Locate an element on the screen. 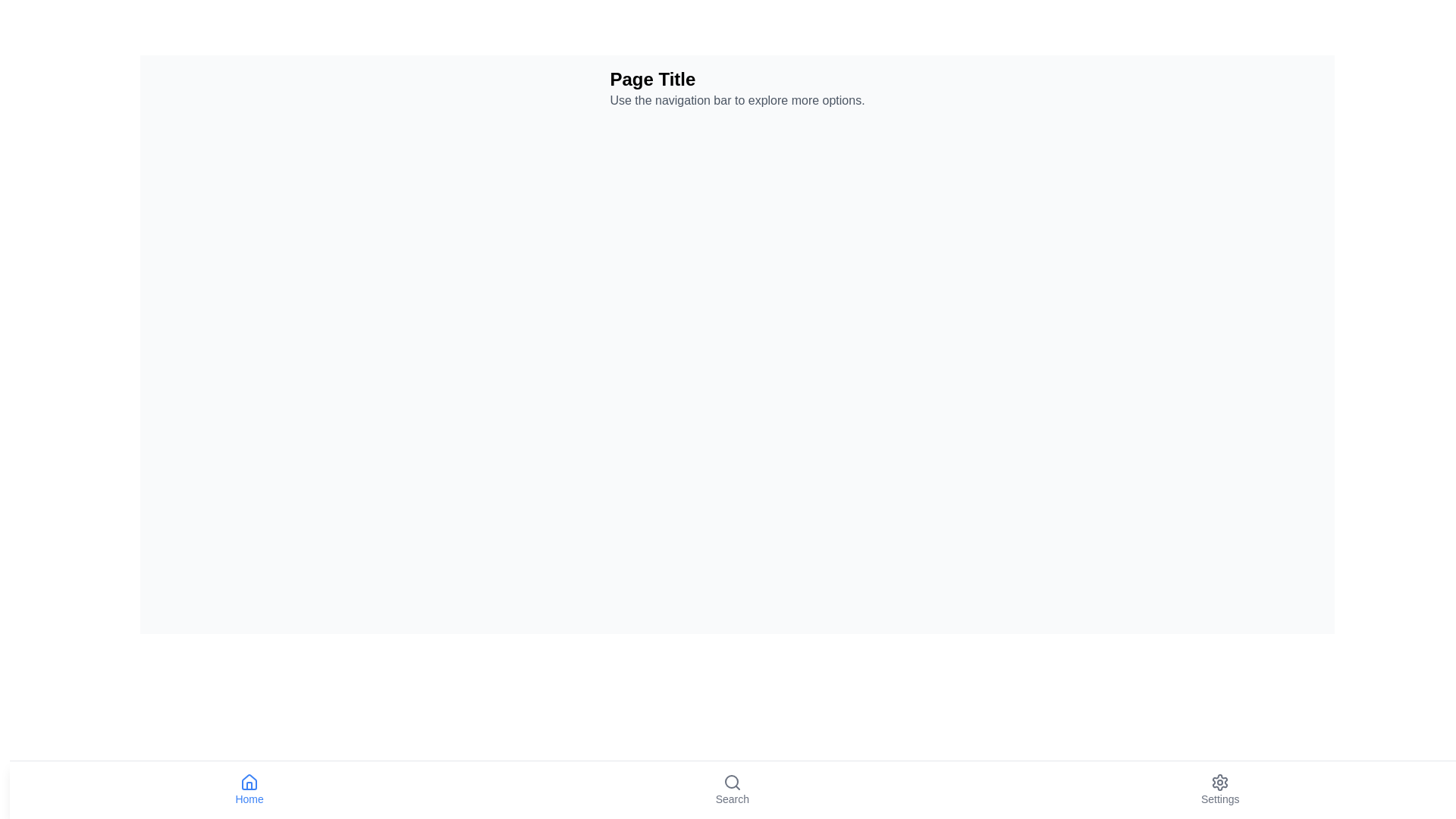 Image resolution: width=1456 pixels, height=819 pixels. the 'Settings' icon located in the bottom navigation bar is located at coordinates (1220, 783).